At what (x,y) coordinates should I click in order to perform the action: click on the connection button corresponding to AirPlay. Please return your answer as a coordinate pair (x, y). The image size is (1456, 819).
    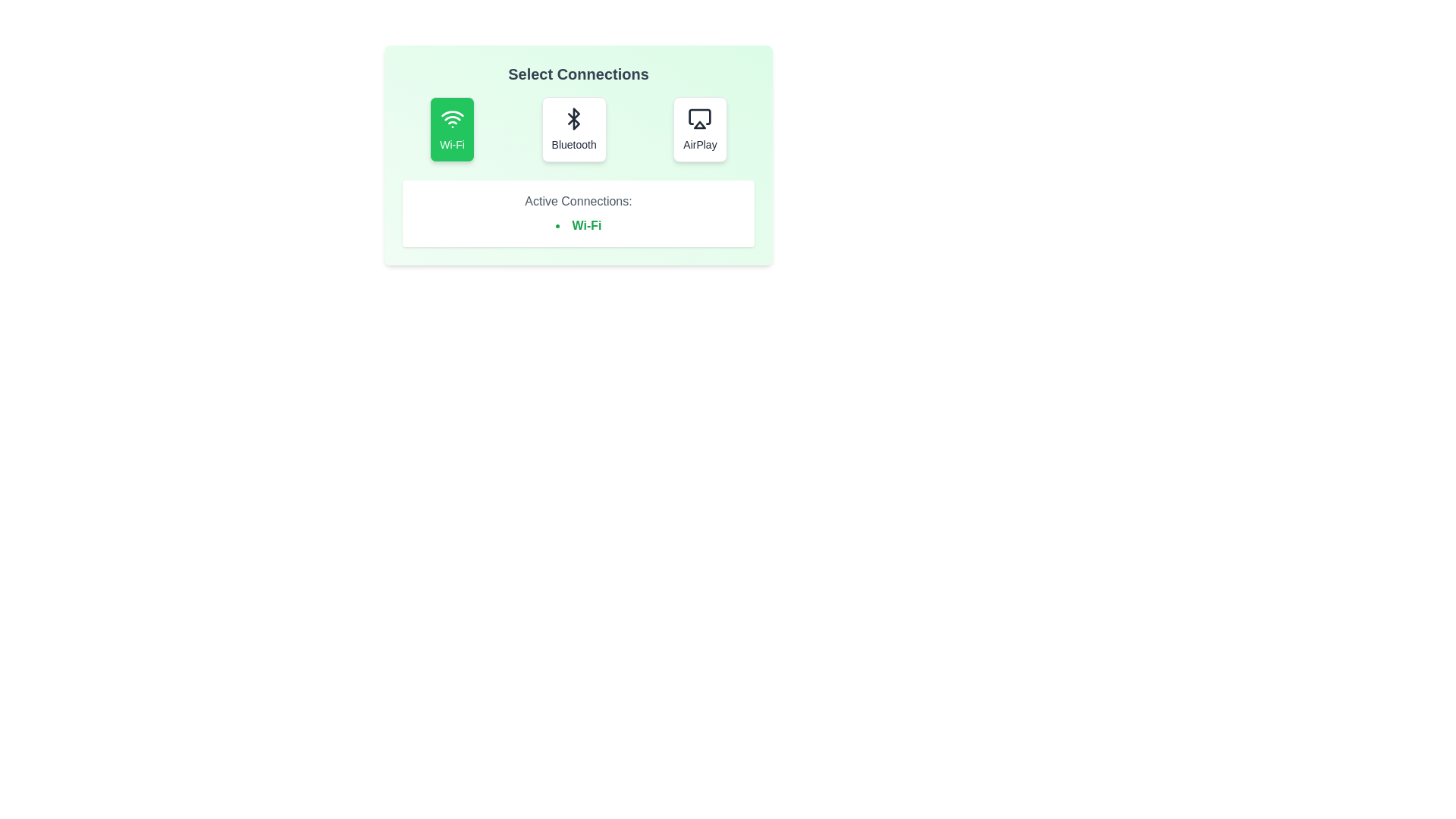
    Looking at the image, I should click on (699, 128).